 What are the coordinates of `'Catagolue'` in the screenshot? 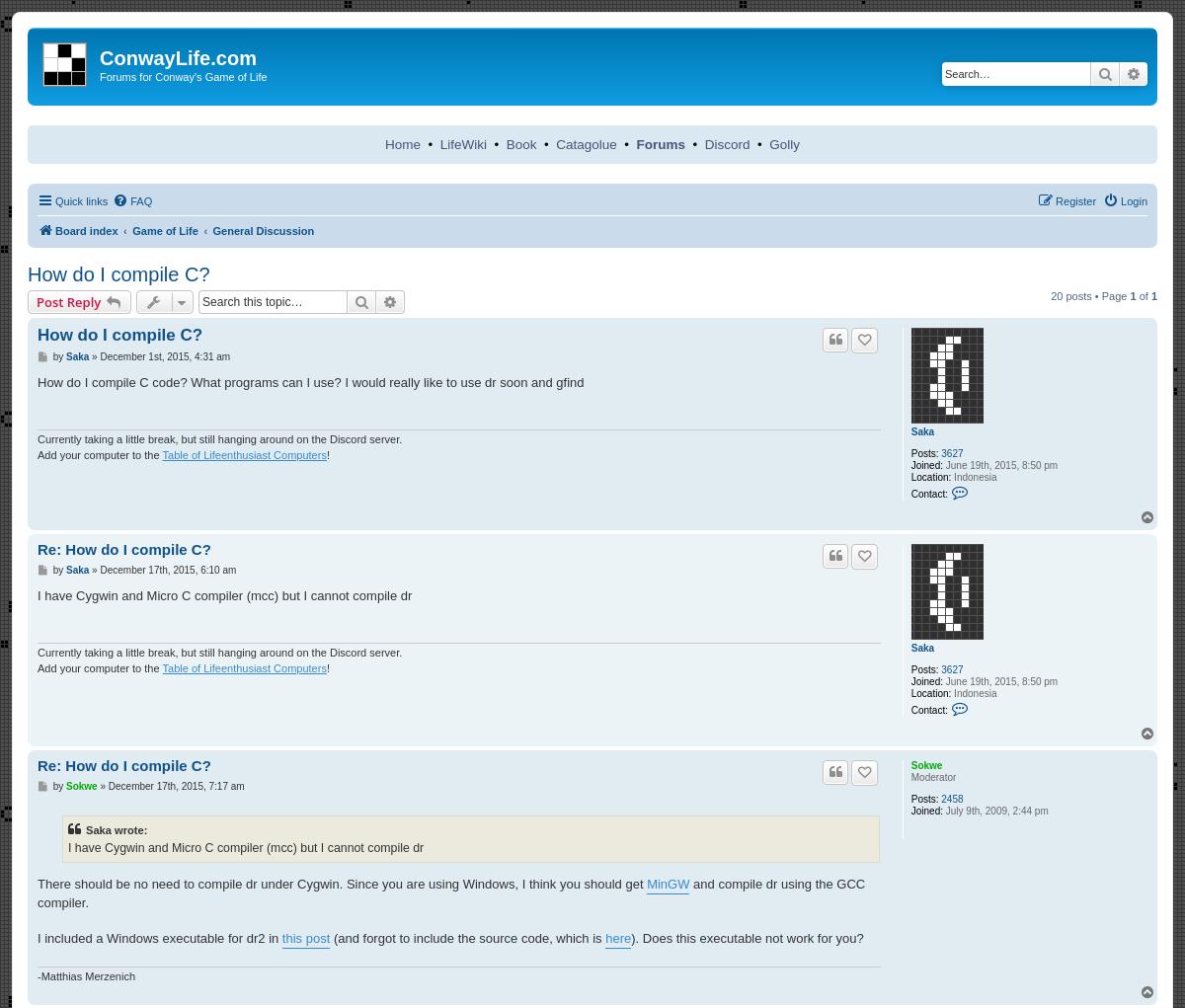 It's located at (585, 143).